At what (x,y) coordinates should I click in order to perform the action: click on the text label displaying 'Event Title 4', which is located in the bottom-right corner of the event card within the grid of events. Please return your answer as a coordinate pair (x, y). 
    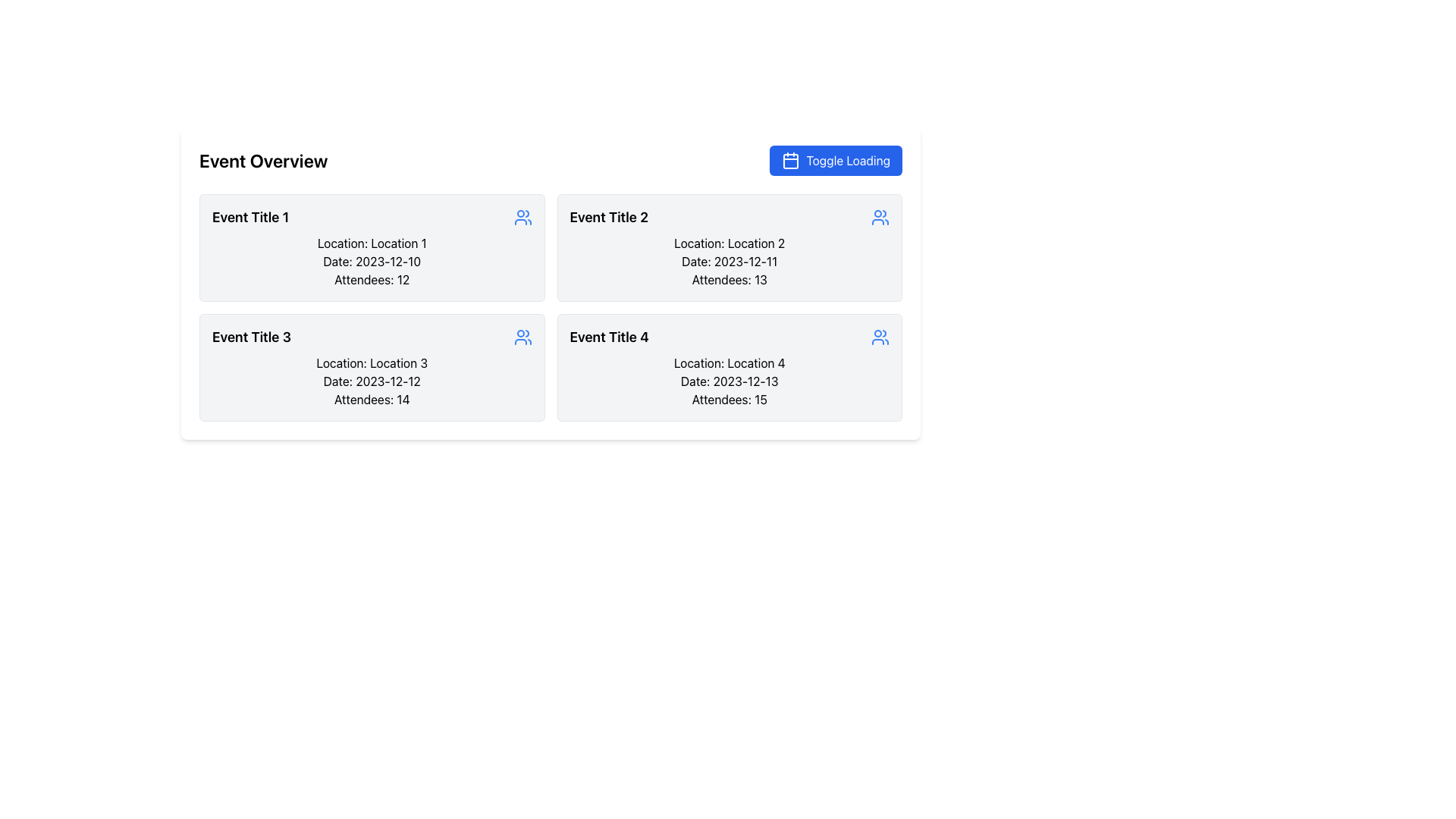
    Looking at the image, I should click on (609, 336).